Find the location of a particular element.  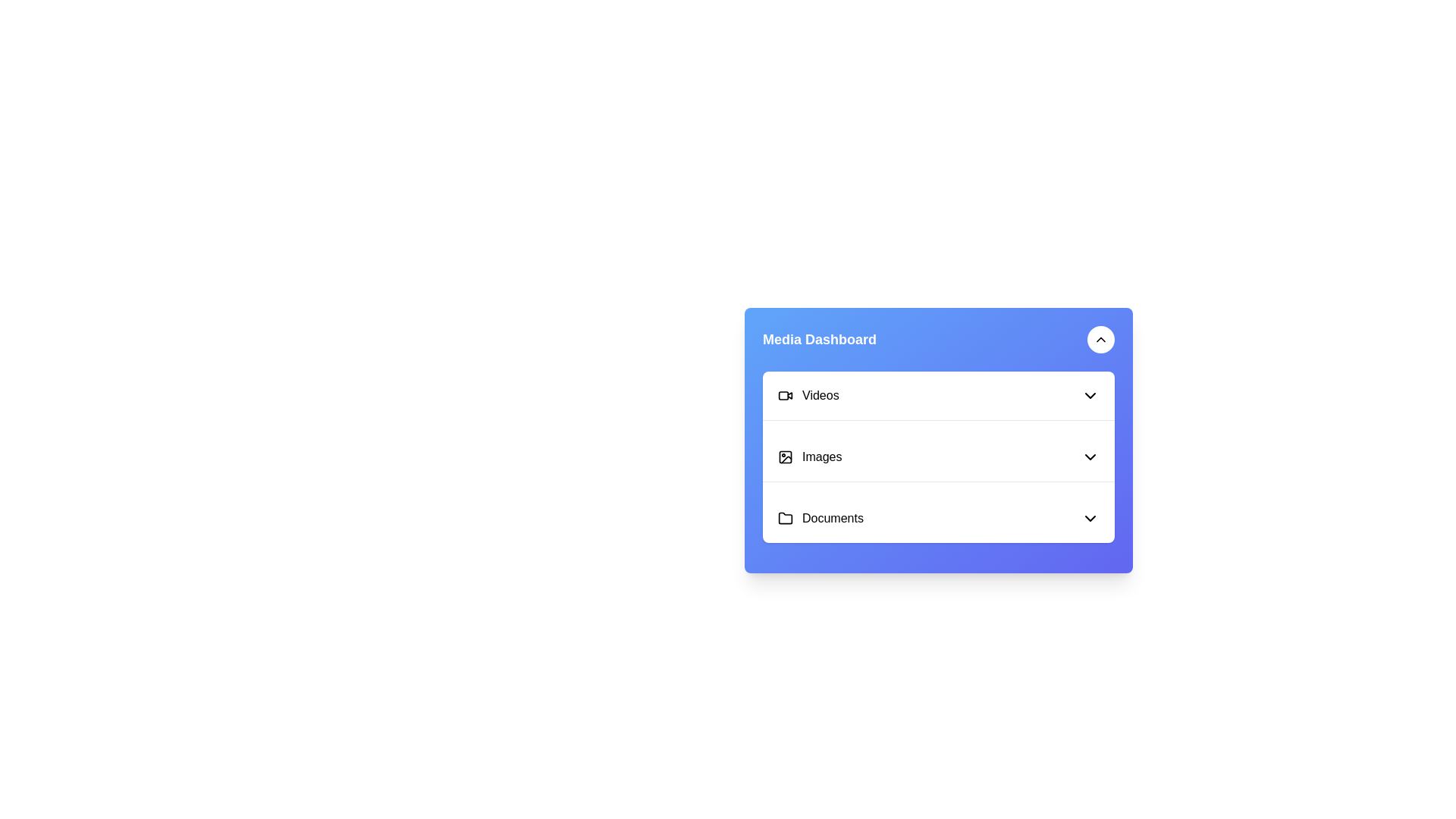

the image icon located in the second row of the 'Media Dashboard' panel, which precedes the text 'Images' is located at coordinates (786, 456).